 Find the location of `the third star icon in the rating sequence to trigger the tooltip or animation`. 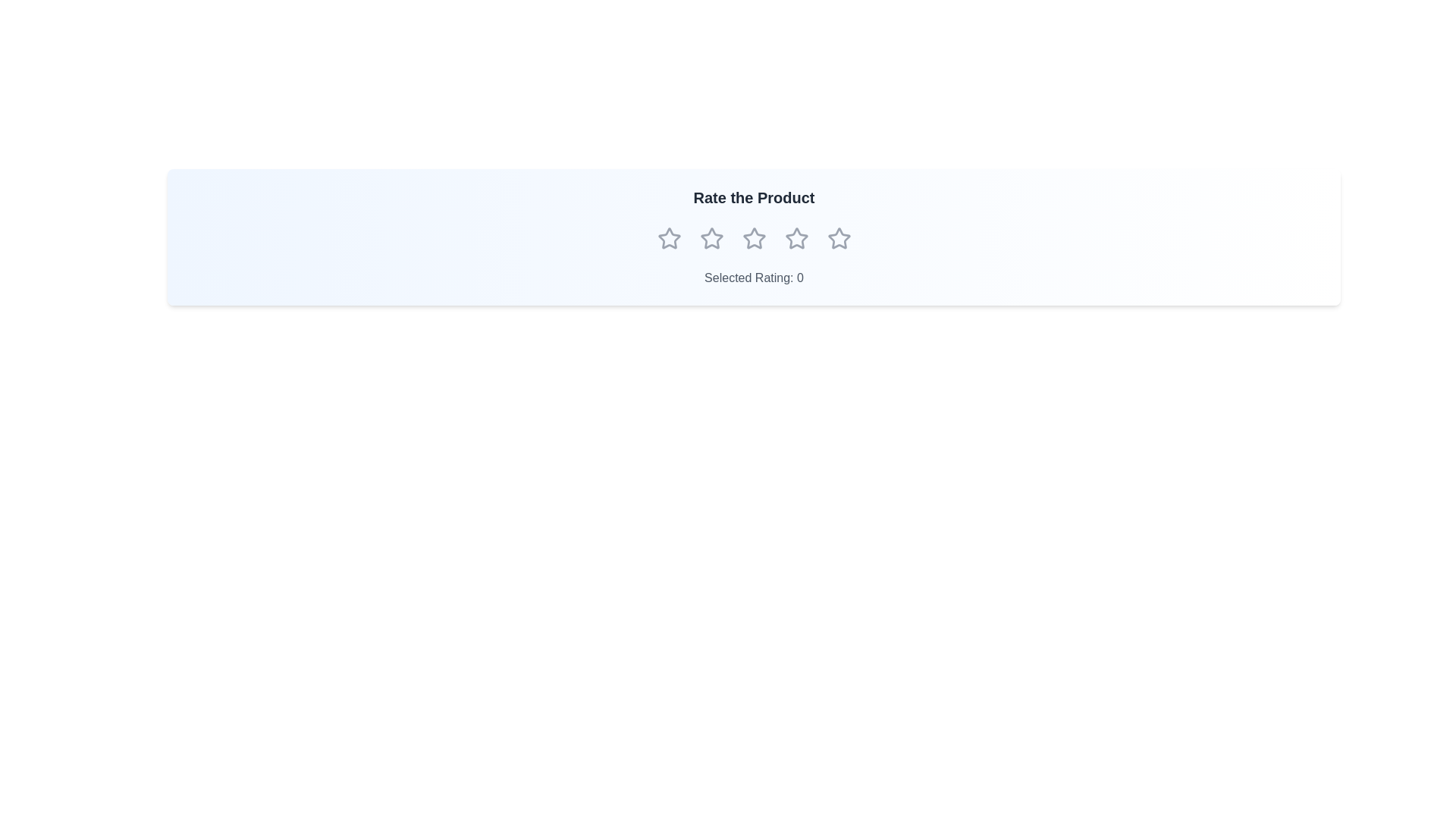

the third star icon in the rating sequence to trigger the tooltip or animation is located at coordinates (754, 239).